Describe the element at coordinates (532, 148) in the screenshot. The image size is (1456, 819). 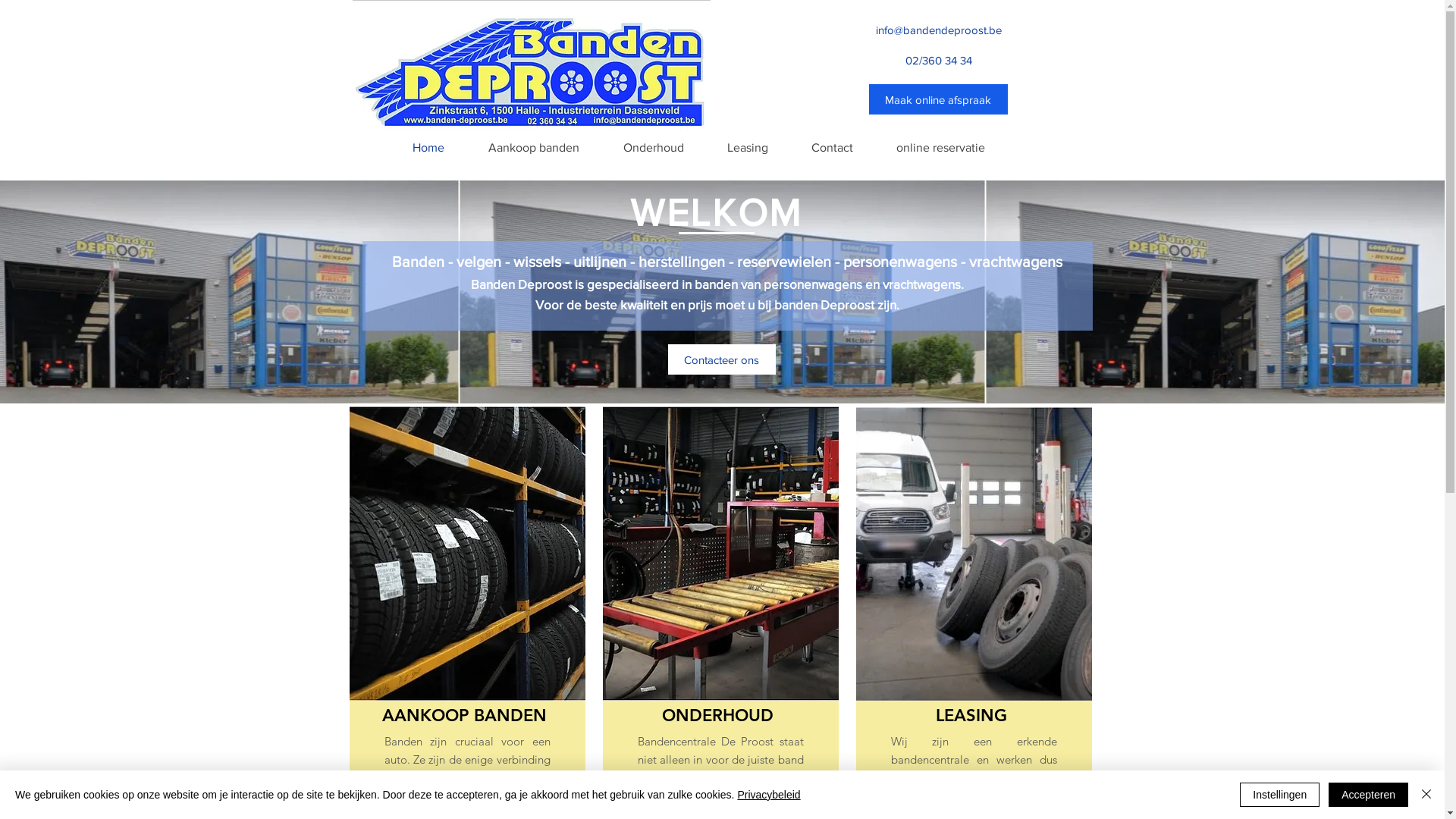
I see `'Aankoop banden'` at that location.